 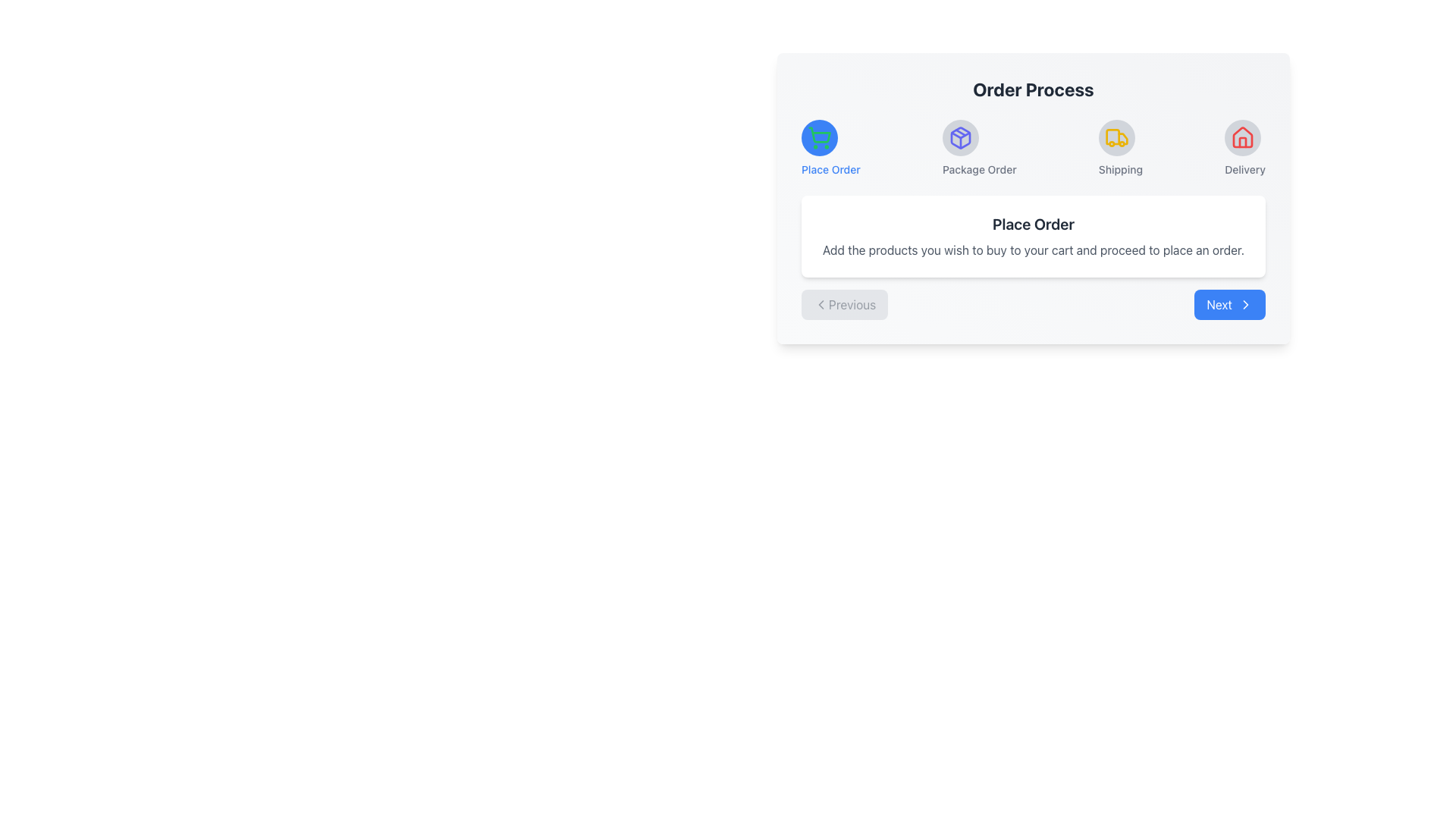 What do you see at coordinates (979, 169) in the screenshot?
I see `the 'Package Order' text label, which is styled in medium size gray font and located below the second icon in the navigation bar` at bounding box center [979, 169].